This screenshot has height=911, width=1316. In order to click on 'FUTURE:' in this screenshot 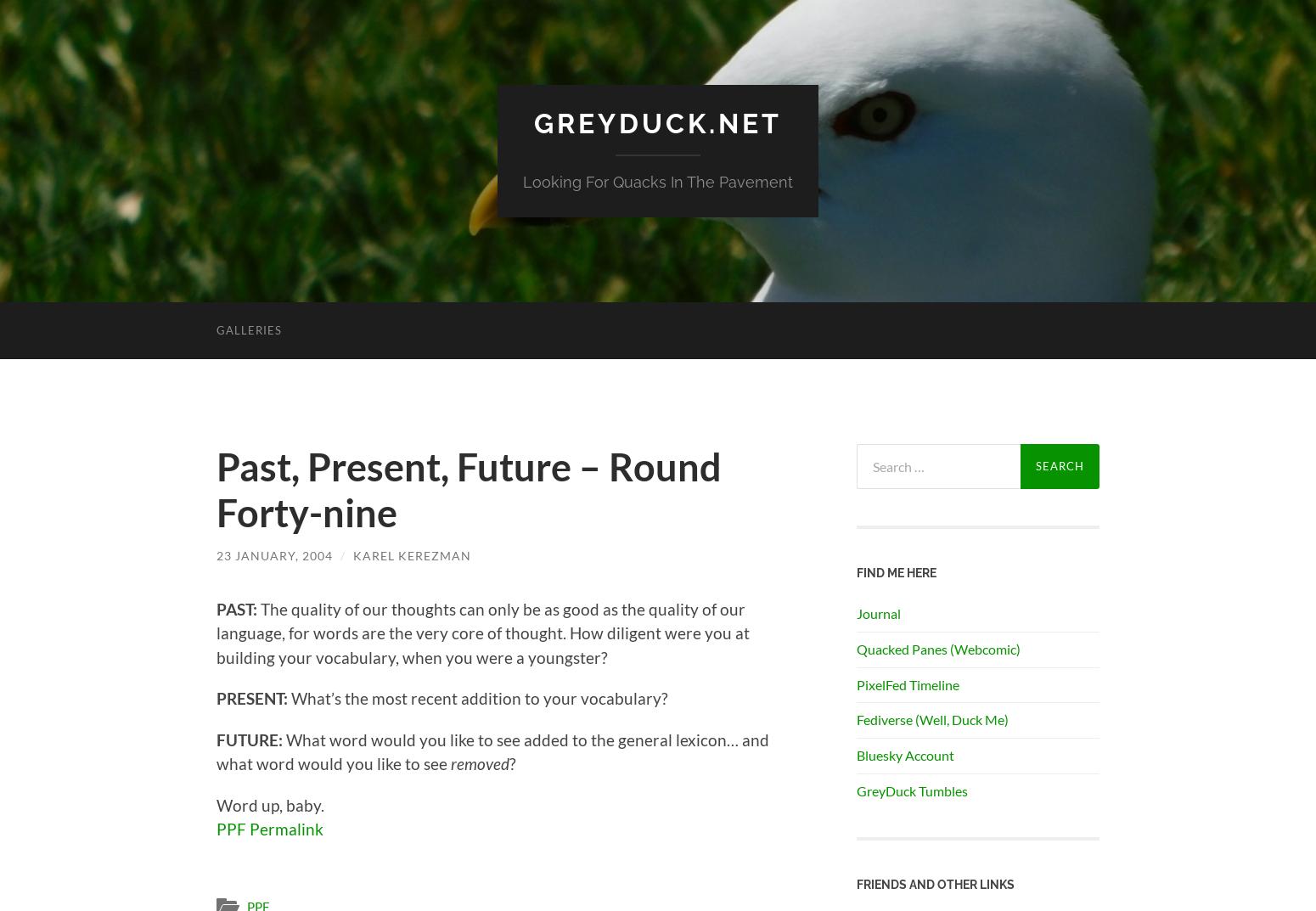, I will do `click(250, 738)`.